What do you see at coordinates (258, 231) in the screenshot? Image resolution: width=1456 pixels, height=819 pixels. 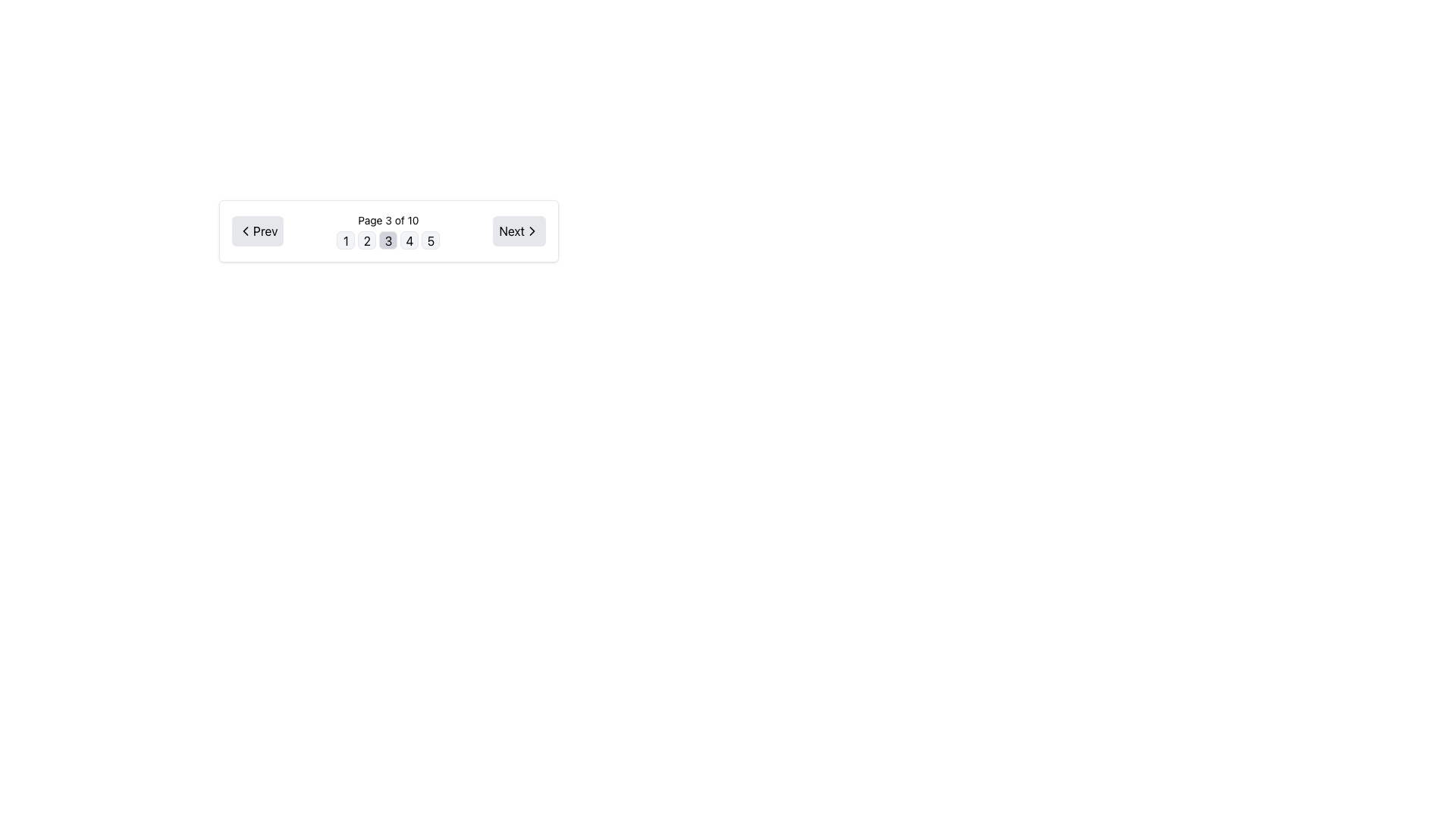 I see `the 'Prev' button with a light gray background and a left-pointing chevron icon to move to the previous page` at bounding box center [258, 231].